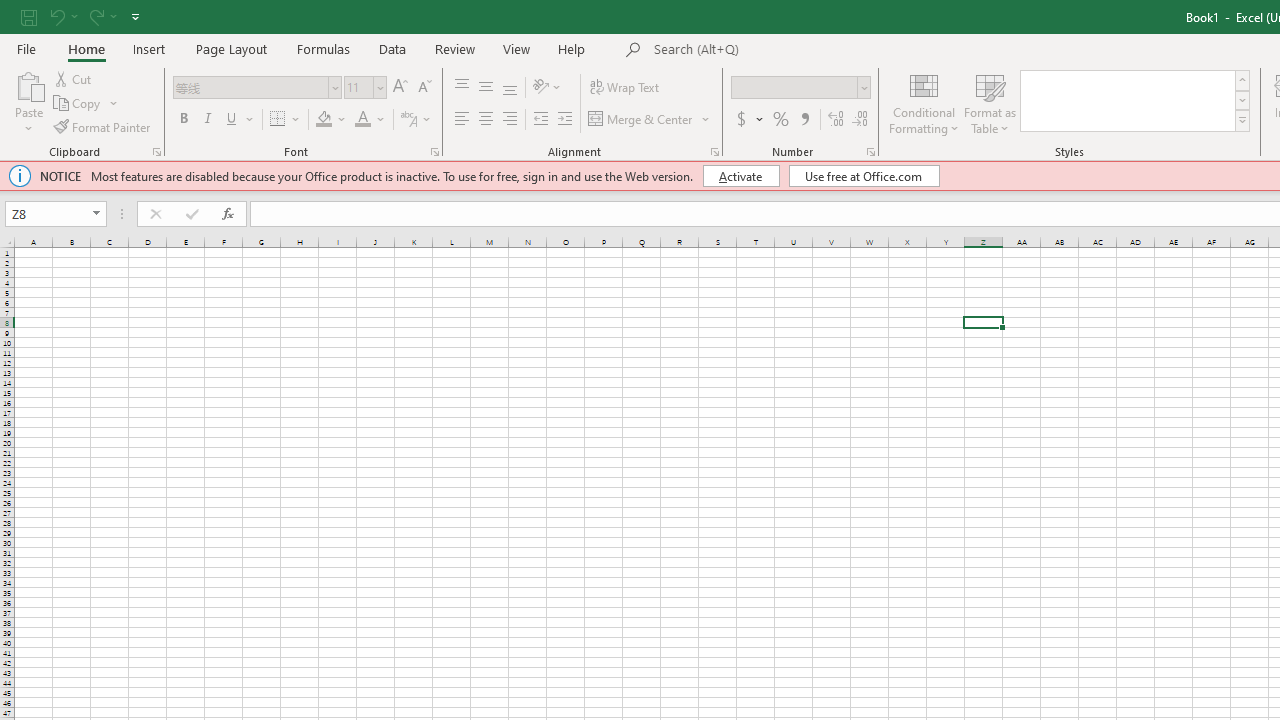 This screenshot has height=720, width=1280. What do you see at coordinates (871, 150) in the screenshot?
I see `'Format Cell Number'` at bounding box center [871, 150].